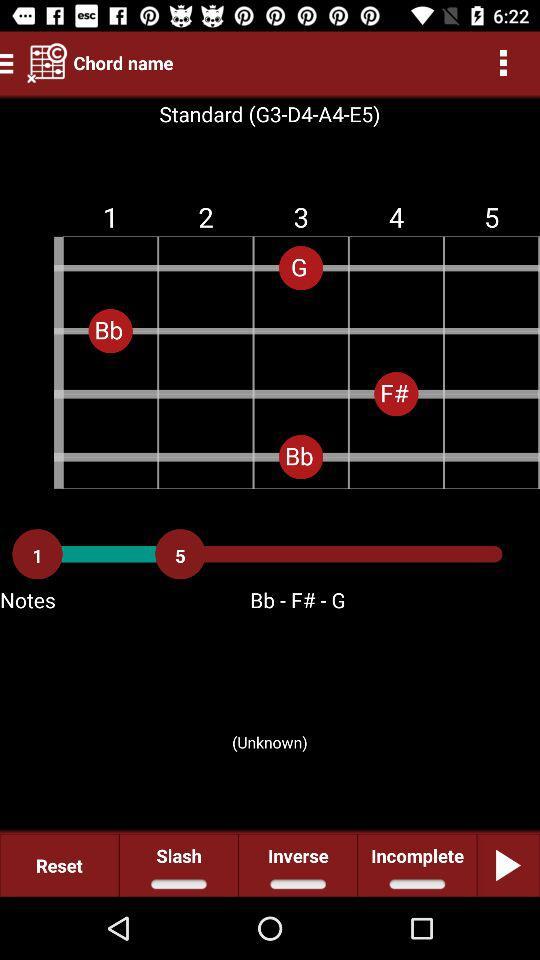  I want to click on the icon next to the reset icon, so click(178, 864).